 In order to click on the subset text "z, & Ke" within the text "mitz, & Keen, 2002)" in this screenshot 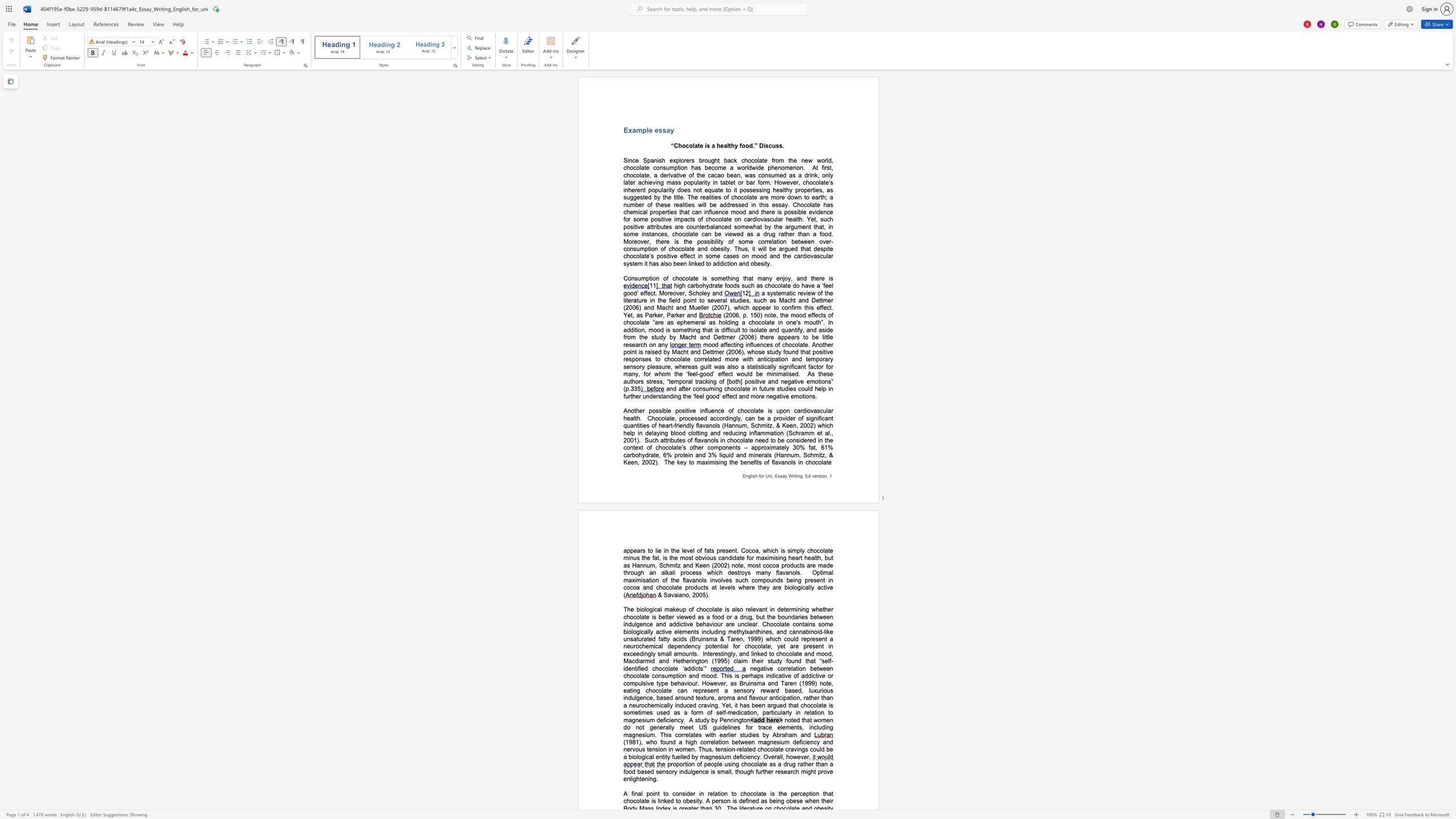, I will do `click(821, 455)`.